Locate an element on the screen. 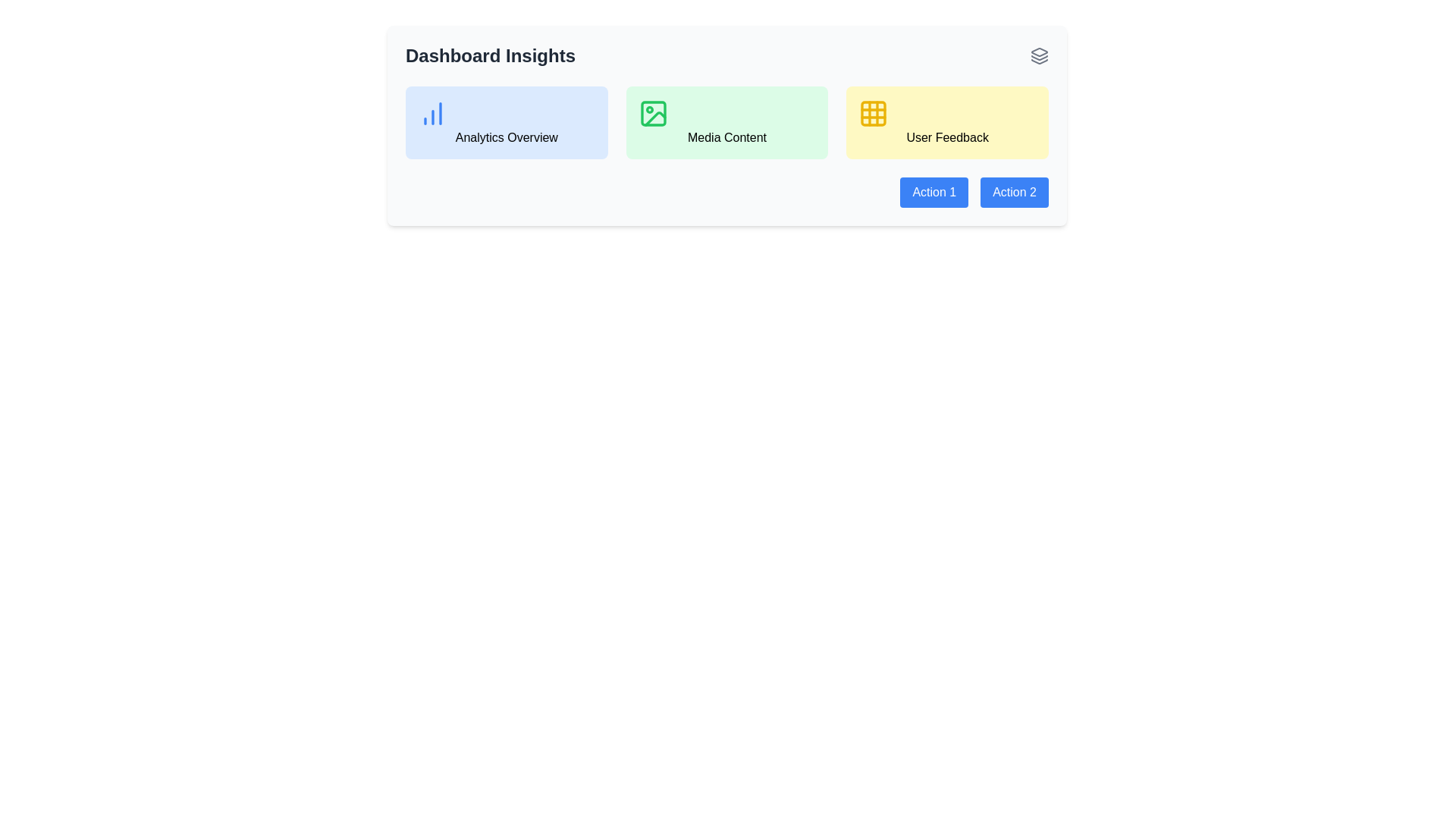  the bottom layer of the stacked graphical icon located near the top-right corner of the dashboard is located at coordinates (1039, 61).